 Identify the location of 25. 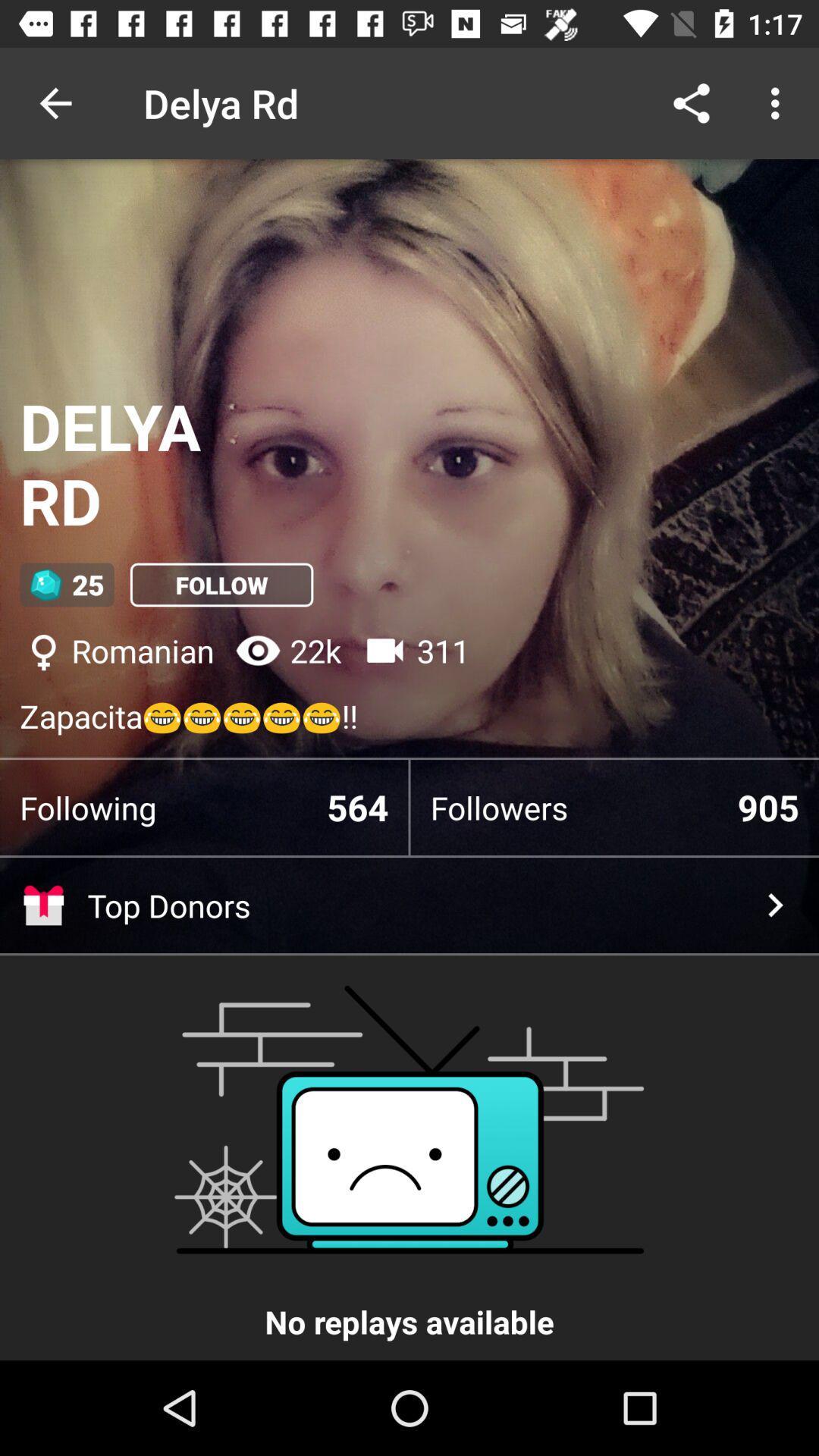
(66, 584).